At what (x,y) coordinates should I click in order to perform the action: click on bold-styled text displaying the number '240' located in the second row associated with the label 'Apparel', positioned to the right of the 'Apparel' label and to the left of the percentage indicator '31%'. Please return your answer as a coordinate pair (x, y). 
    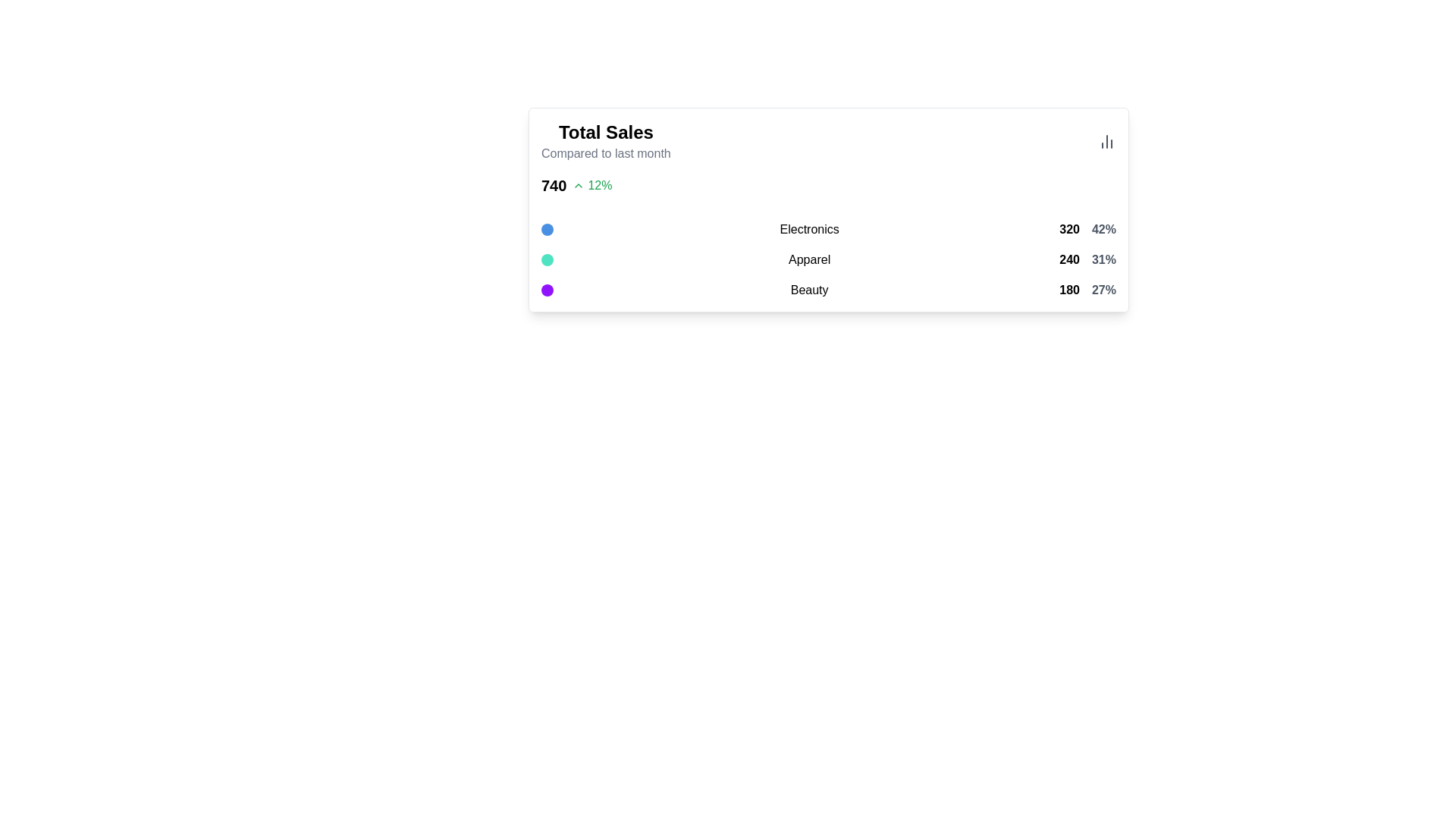
    Looking at the image, I should click on (1068, 259).